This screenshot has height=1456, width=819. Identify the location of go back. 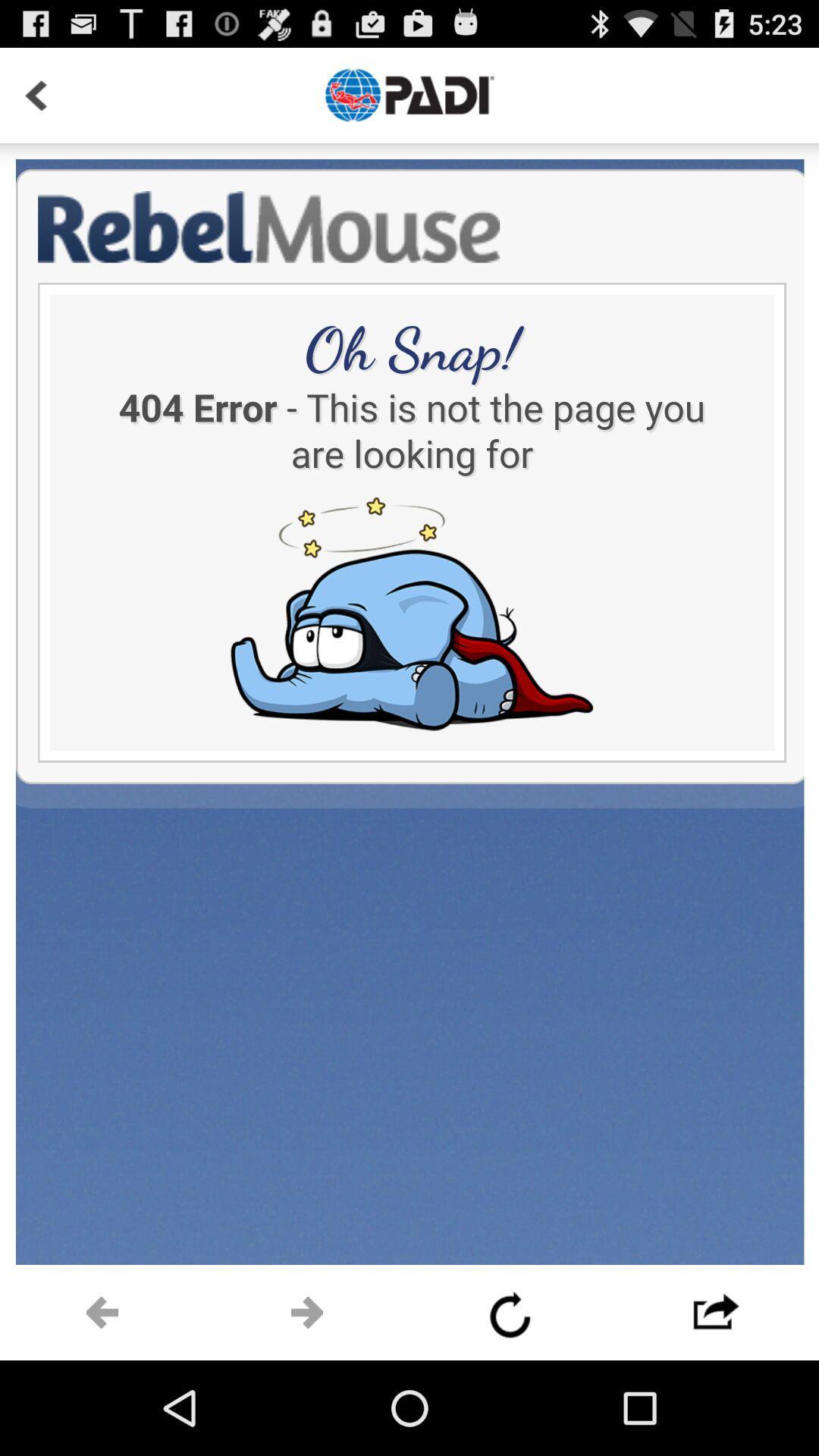
(102, 1312).